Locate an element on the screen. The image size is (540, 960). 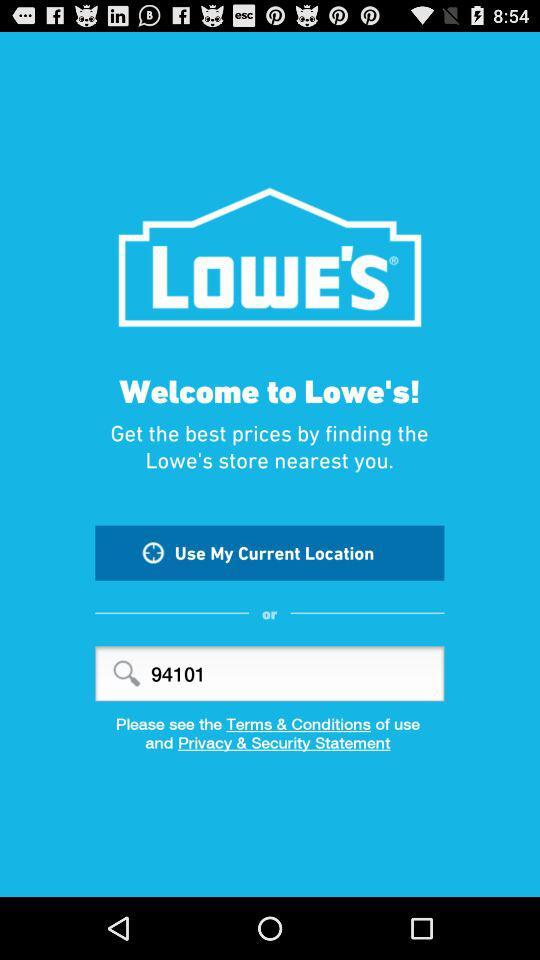
icon above the please see the is located at coordinates (269, 673).